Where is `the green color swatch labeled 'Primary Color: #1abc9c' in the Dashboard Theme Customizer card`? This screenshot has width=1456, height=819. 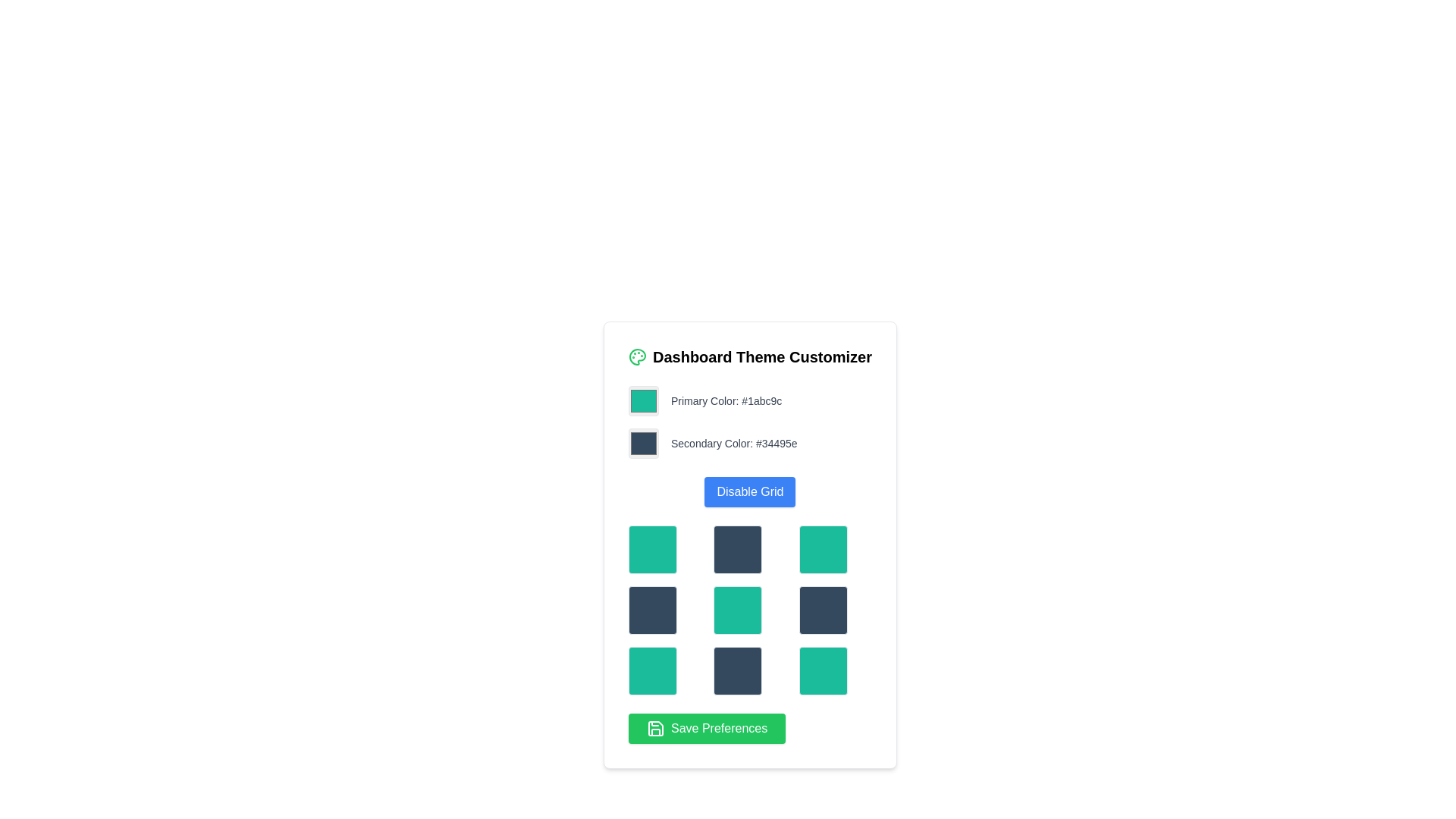
the green color swatch labeled 'Primary Color: #1abc9c' in the Dashboard Theme Customizer card is located at coordinates (750, 422).